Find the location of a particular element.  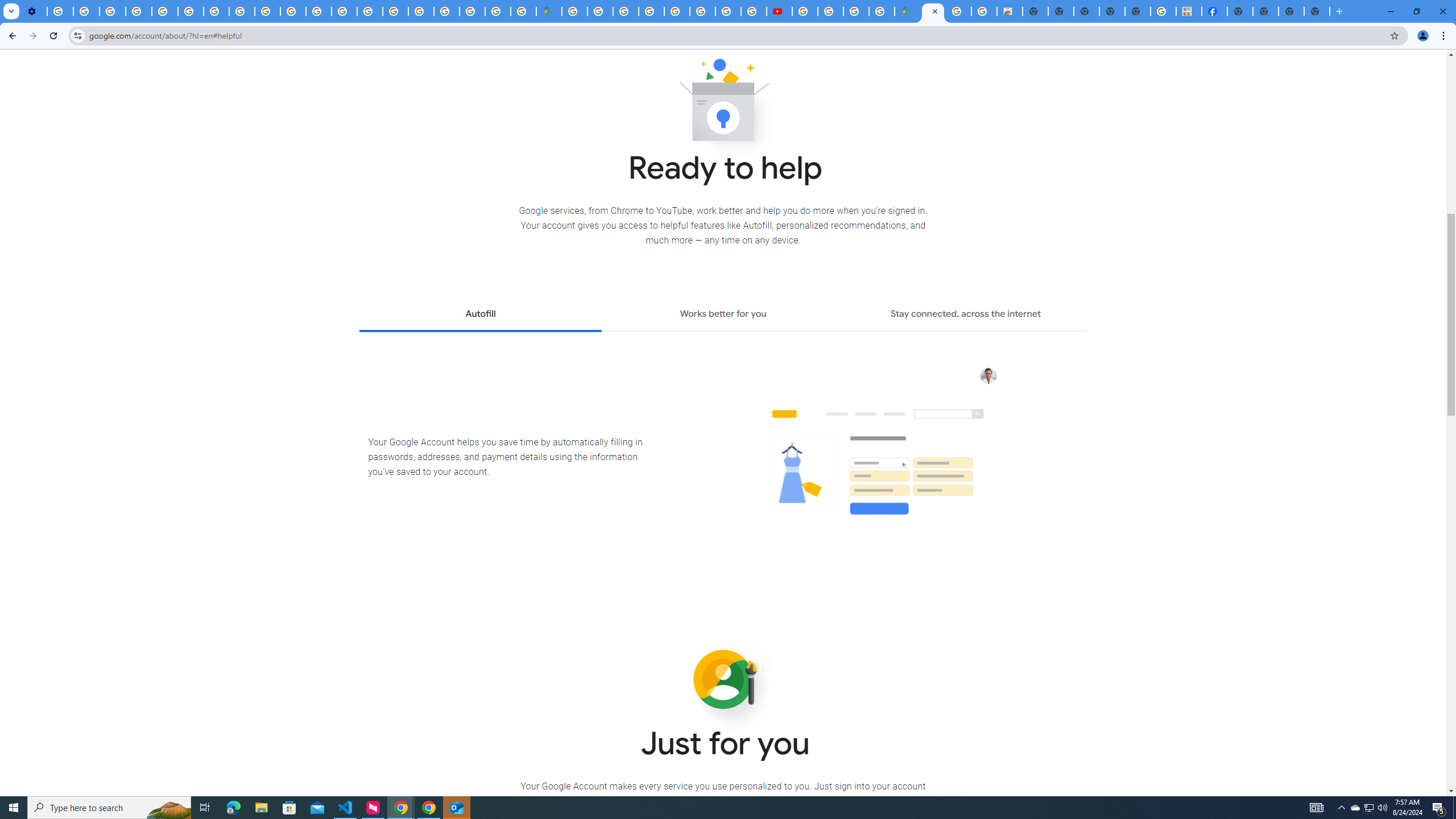

'Works better for you' is located at coordinates (723, 315).